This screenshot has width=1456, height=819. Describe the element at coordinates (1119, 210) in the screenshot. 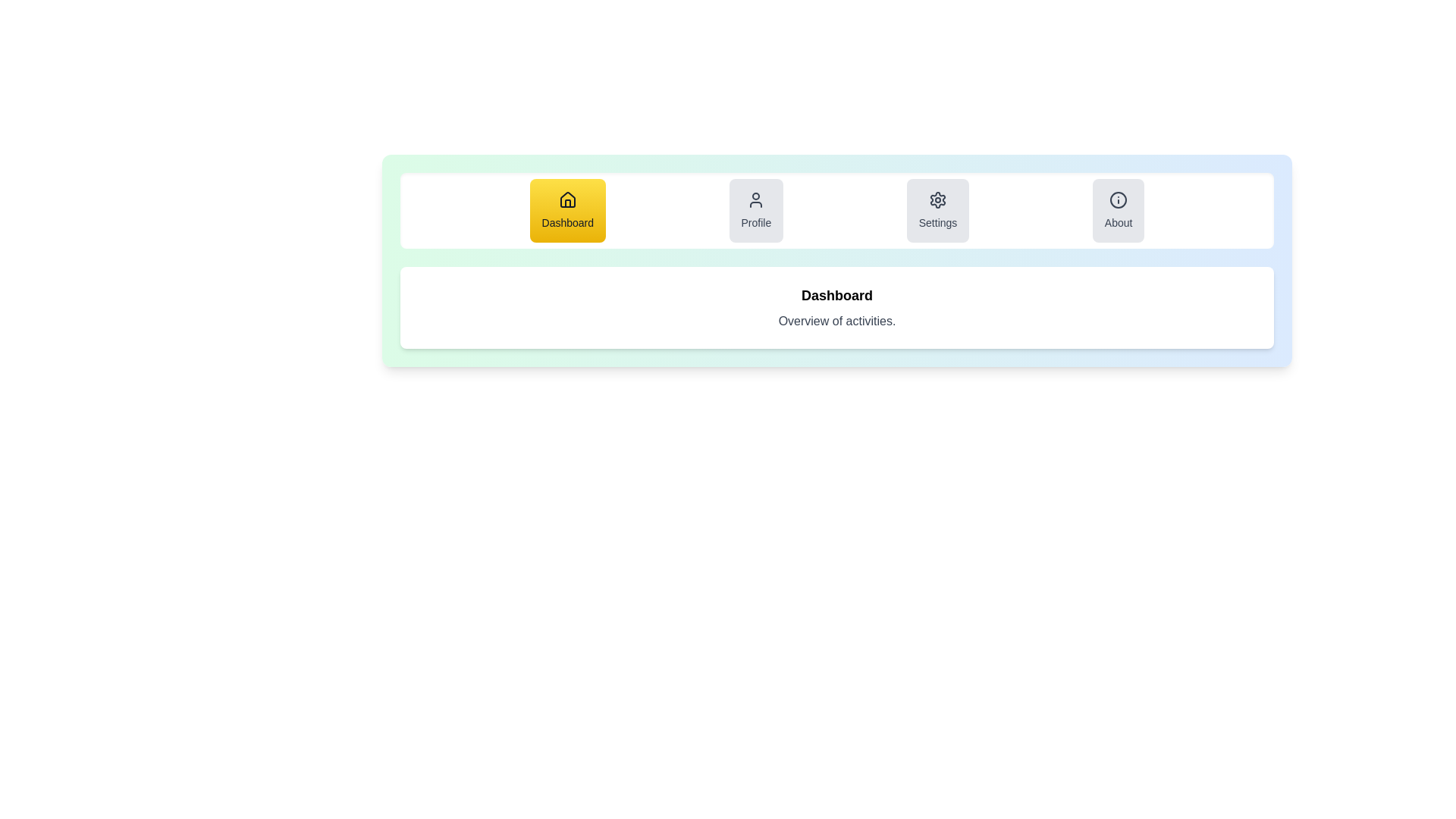

I see `the About tab by clicking on its button` at that location.